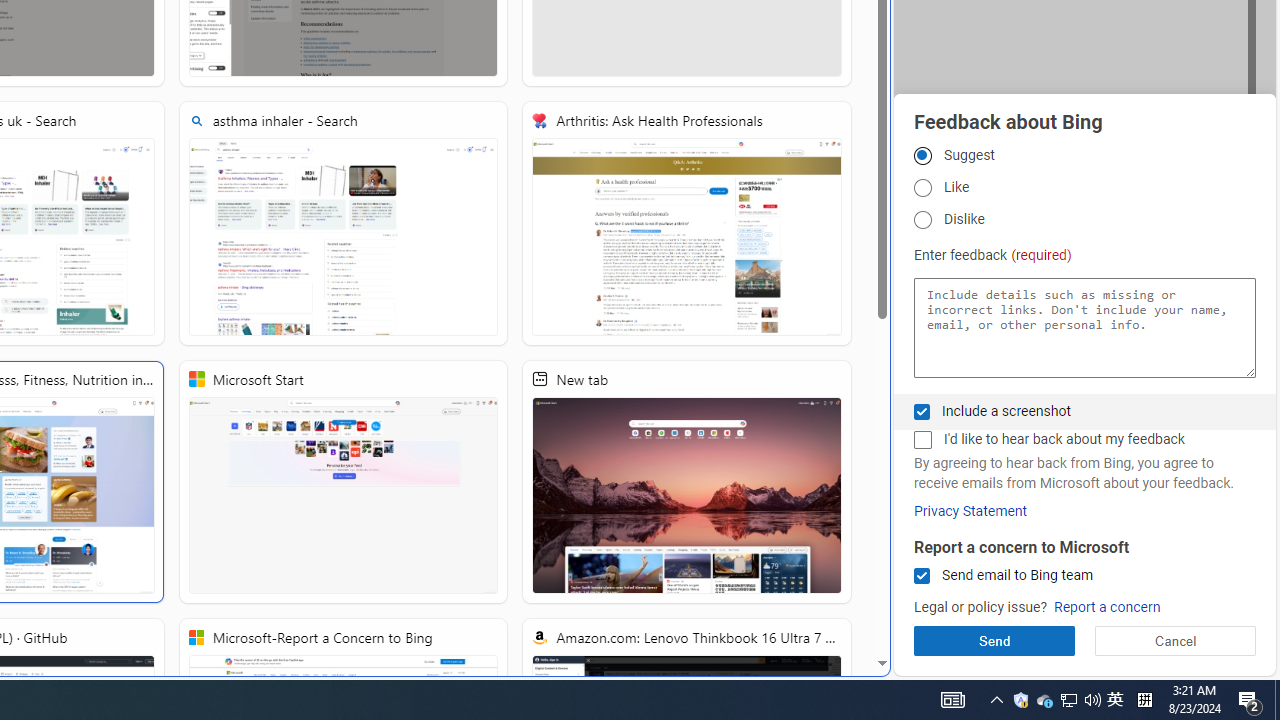 The height and width of the screenshot is (720, 1280). I want to click on 'asthma inhaler - Search', so click(343, 223).